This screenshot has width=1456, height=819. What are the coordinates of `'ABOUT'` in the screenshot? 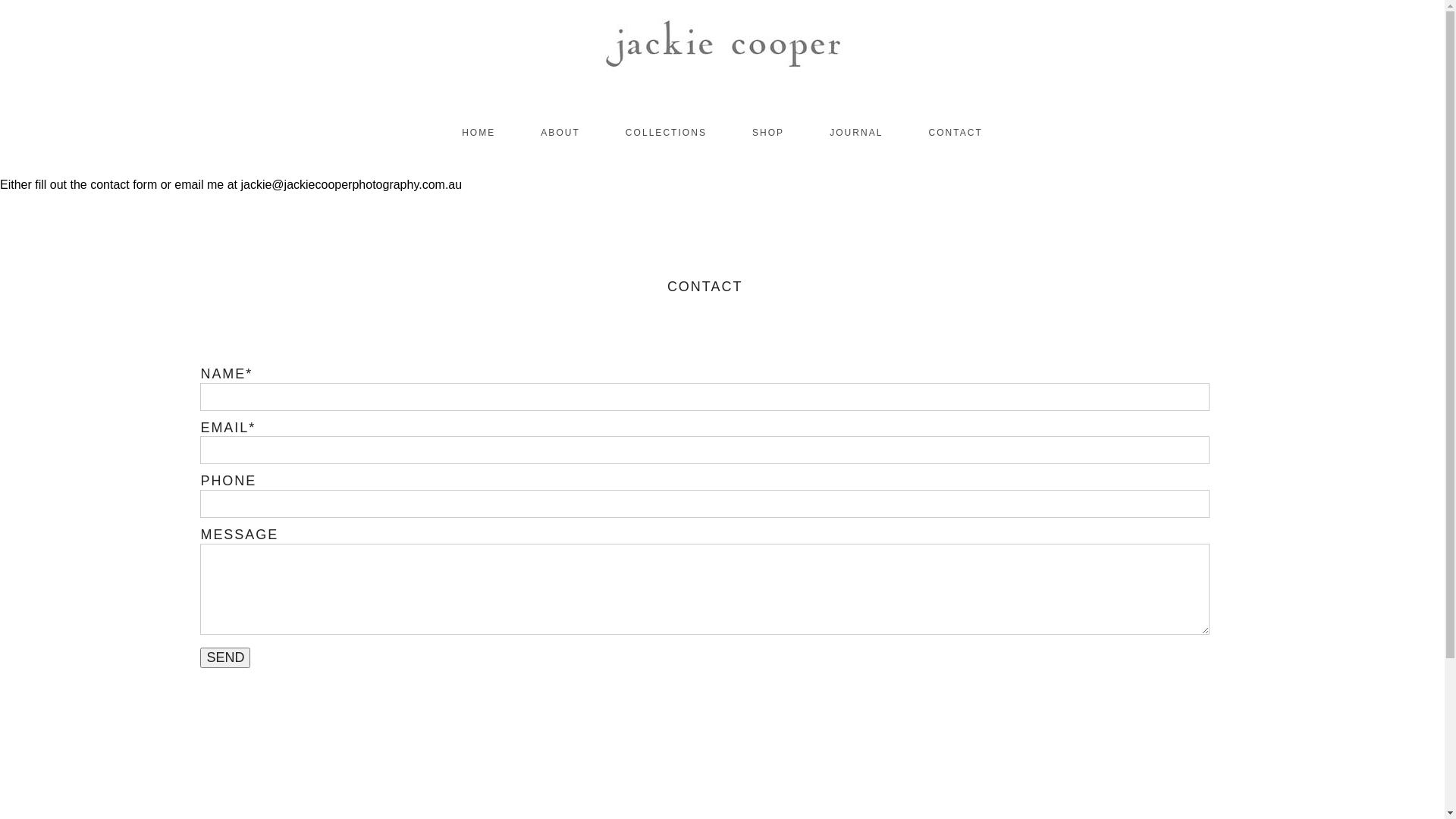 It's located at (560, 131).